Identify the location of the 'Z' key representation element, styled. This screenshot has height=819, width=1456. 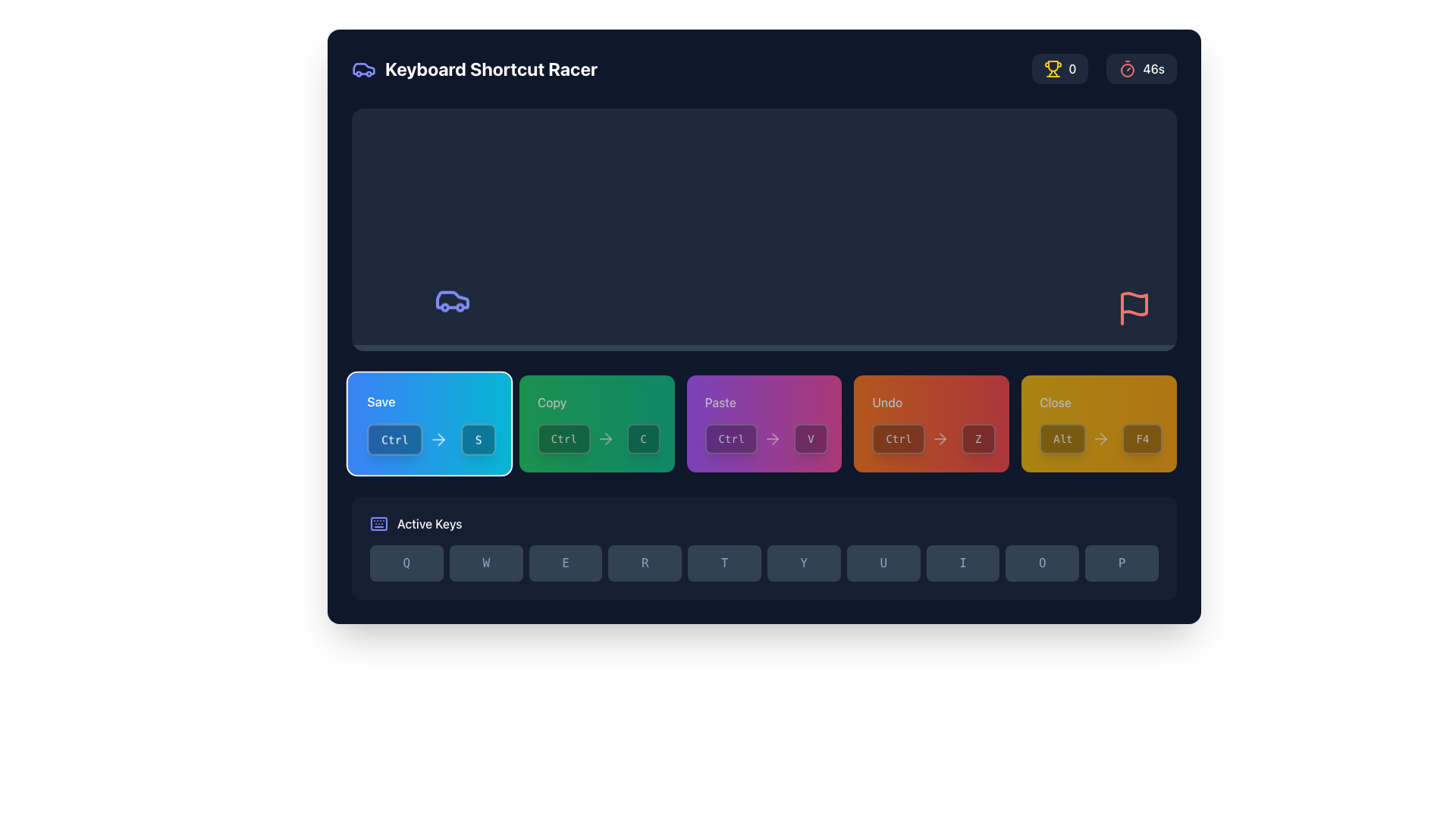
(978, 438).